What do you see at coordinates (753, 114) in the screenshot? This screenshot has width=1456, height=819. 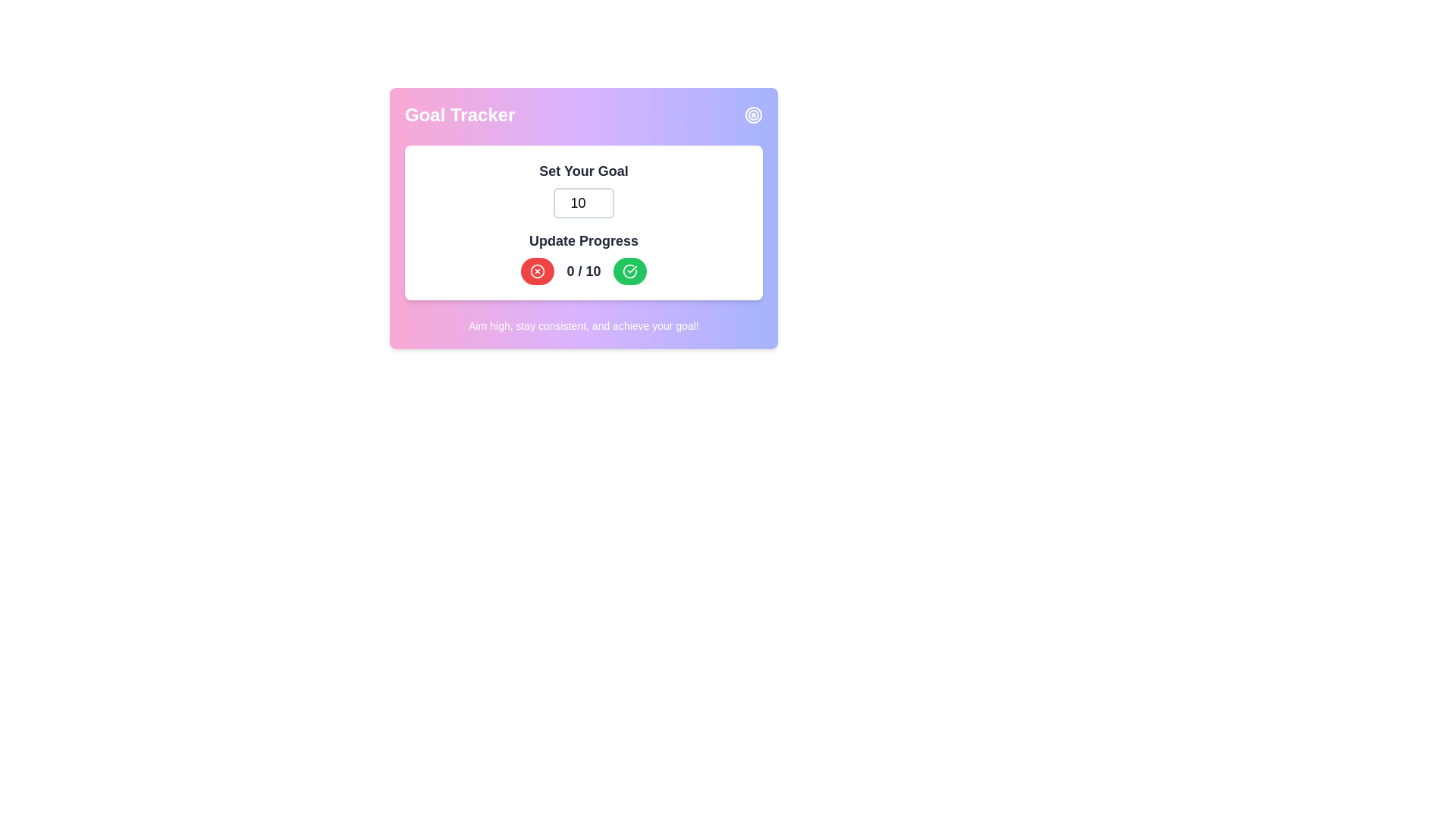 I see `SVG Circle element that is part of a concentric circle structure, located near the top-right corner of the 'Goal Tracker' panel` at bounding box center [753, 114].